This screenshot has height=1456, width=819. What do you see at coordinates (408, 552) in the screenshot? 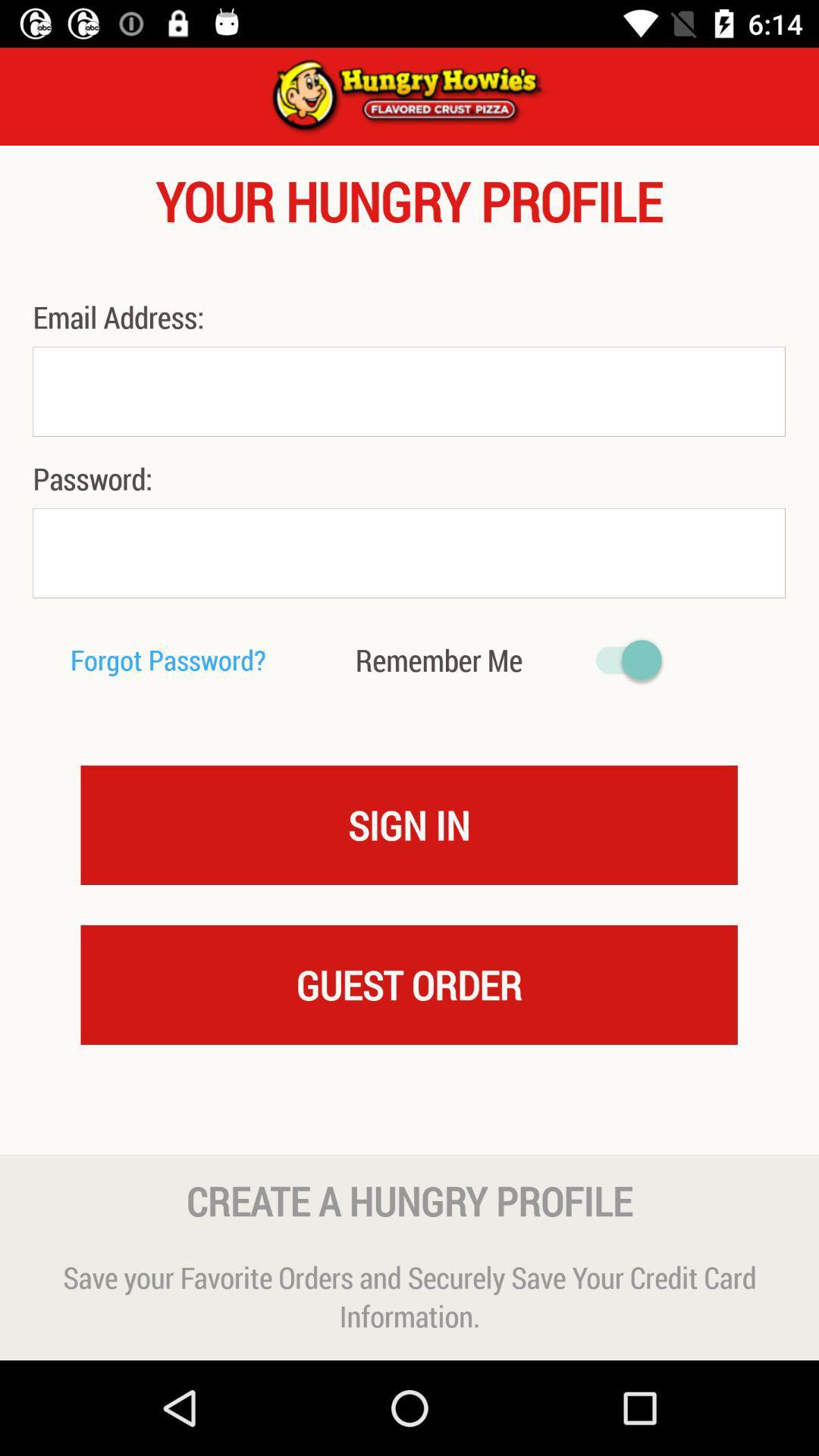
I see `your password` at bounding box center [408, 552].